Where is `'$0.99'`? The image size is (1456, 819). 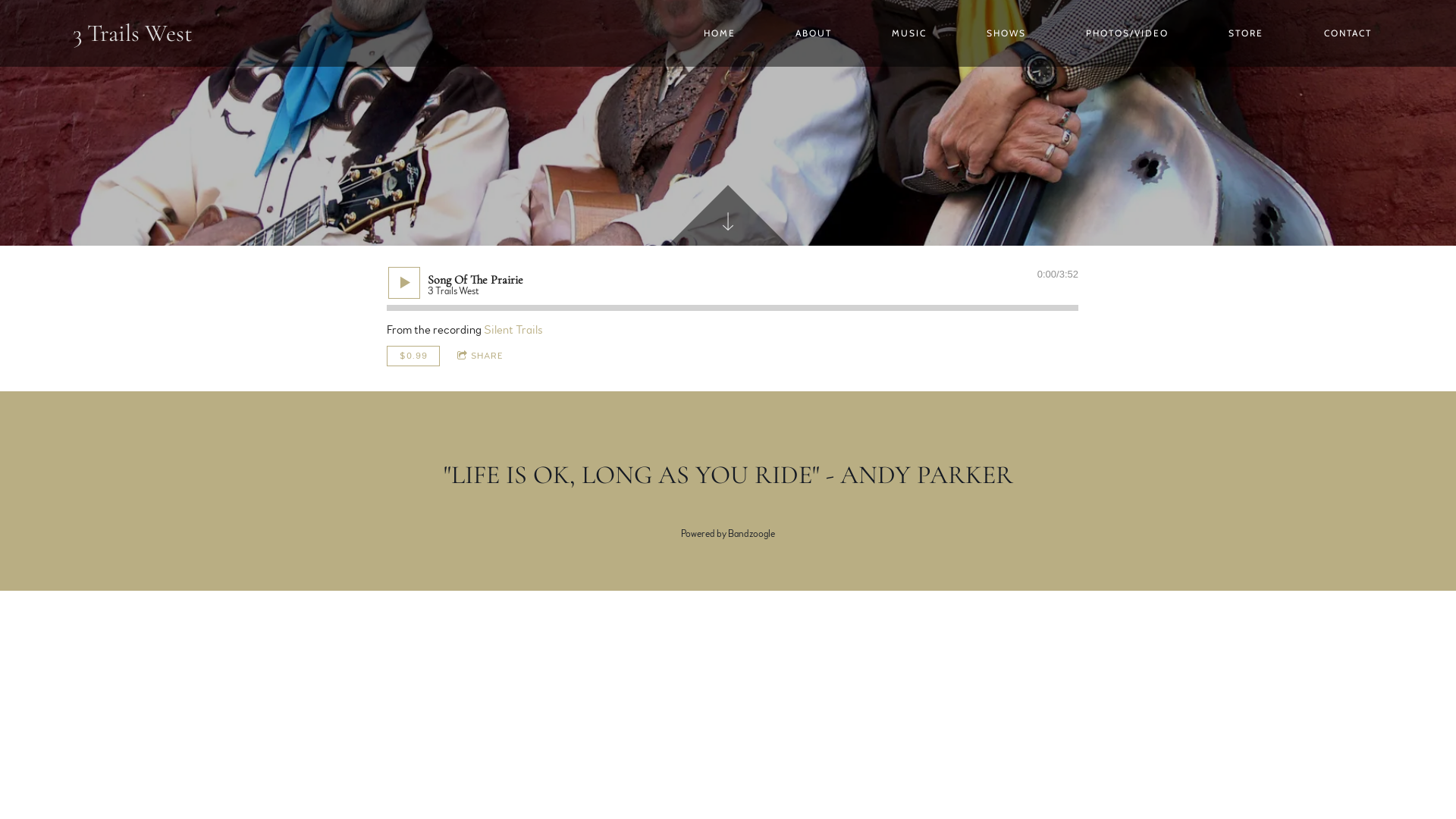 '$0.99' is located at coordinates (413, 356).